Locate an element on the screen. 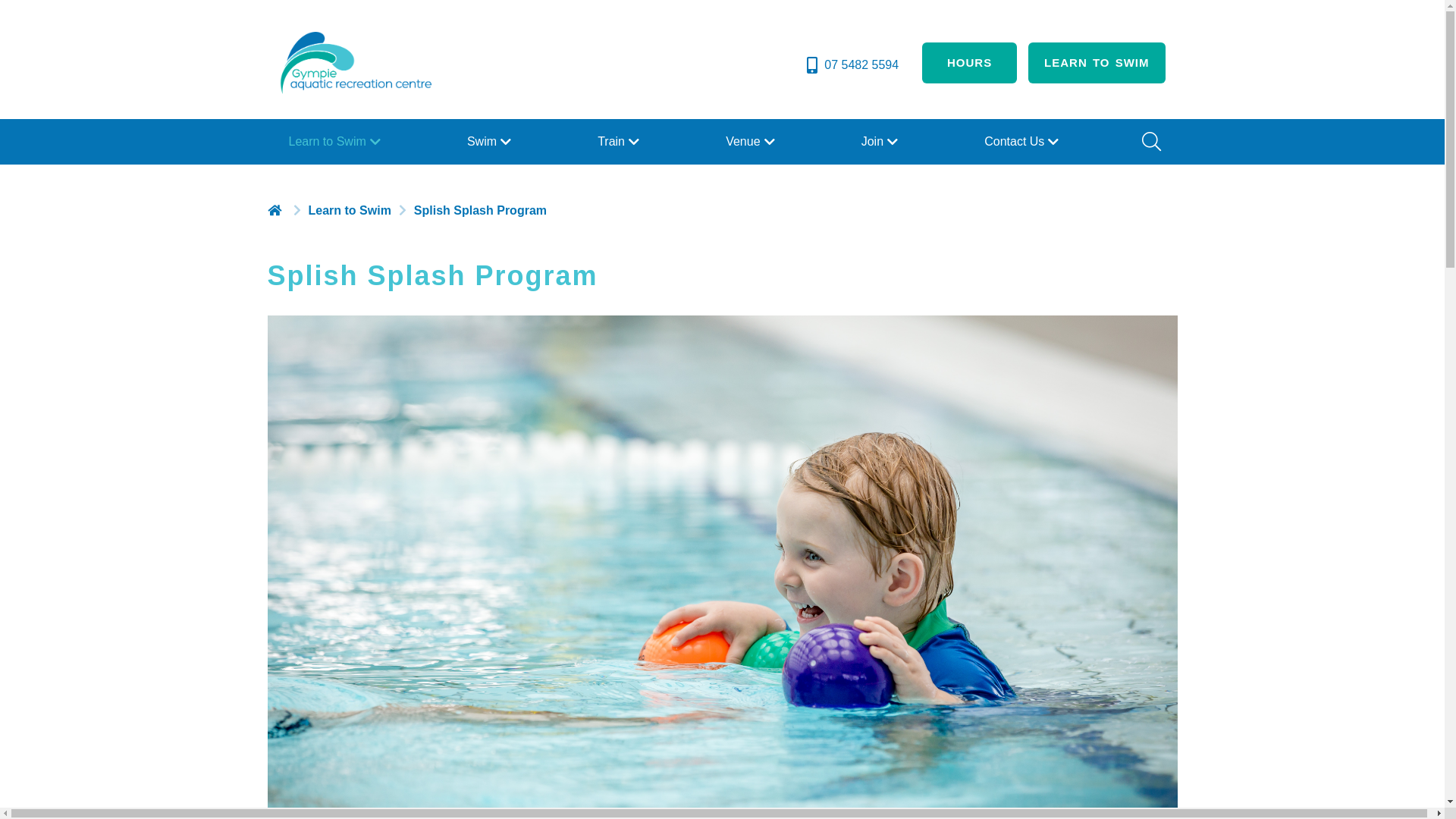 The width and height of the screenshot is (1456, 819). 'Venue' is located at coordinates (752, 141).